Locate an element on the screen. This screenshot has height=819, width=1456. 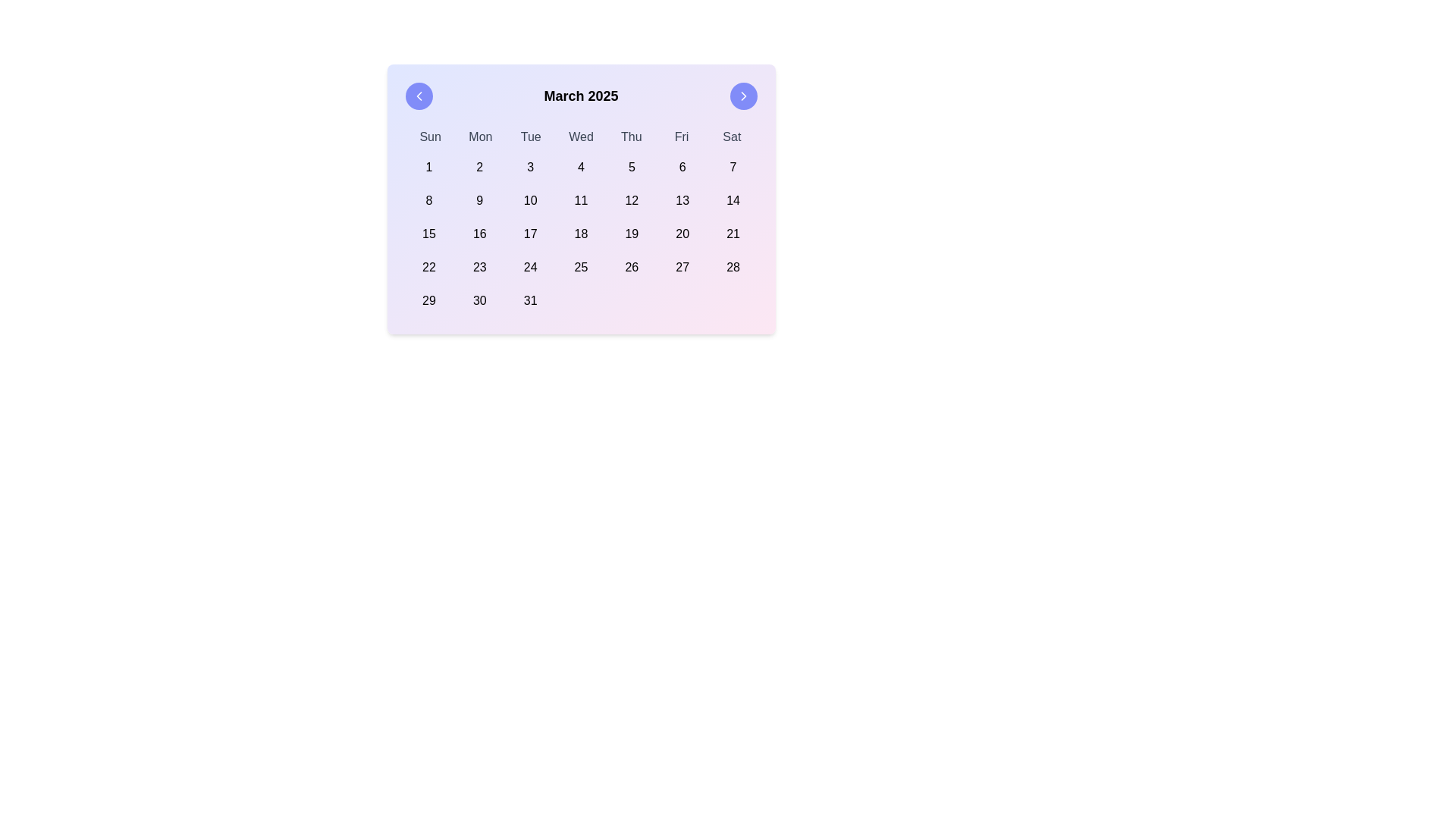
the navigation button that allows users to move to the previous month in the calendar interface is located at coordinates (419, 96).